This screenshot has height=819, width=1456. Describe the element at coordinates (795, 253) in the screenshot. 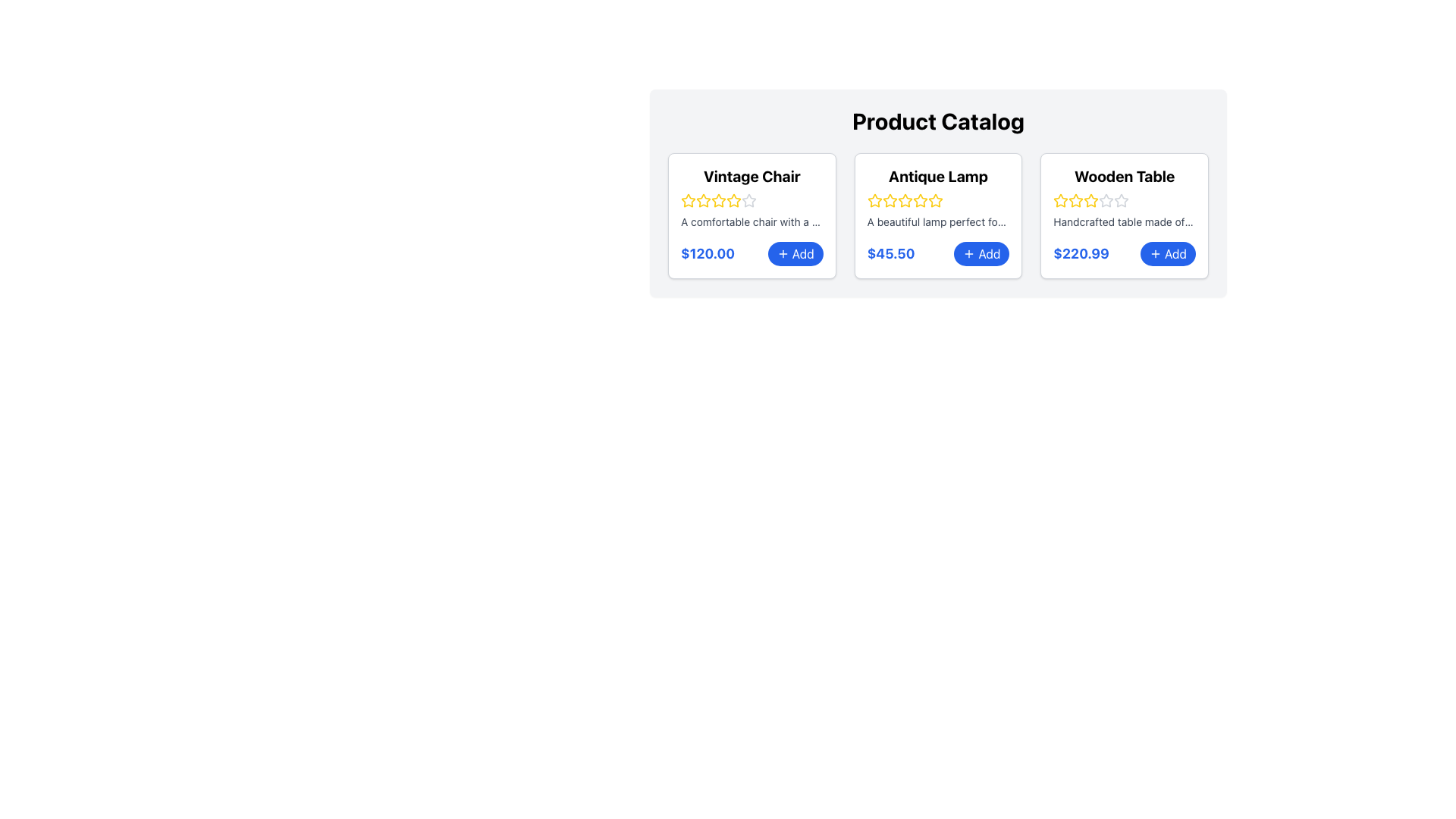

I see `the blue button with rounded corners and white text displaying '+ Add' located at the lower right of the 'Vintage Chair' product card via keyboard navigation` at that location.